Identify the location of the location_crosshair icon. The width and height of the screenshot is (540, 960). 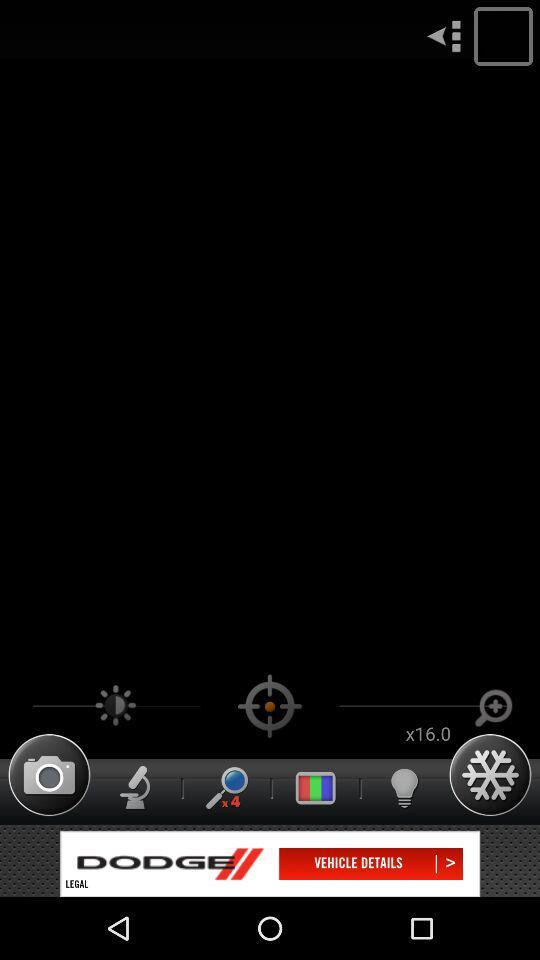
(270, 755).